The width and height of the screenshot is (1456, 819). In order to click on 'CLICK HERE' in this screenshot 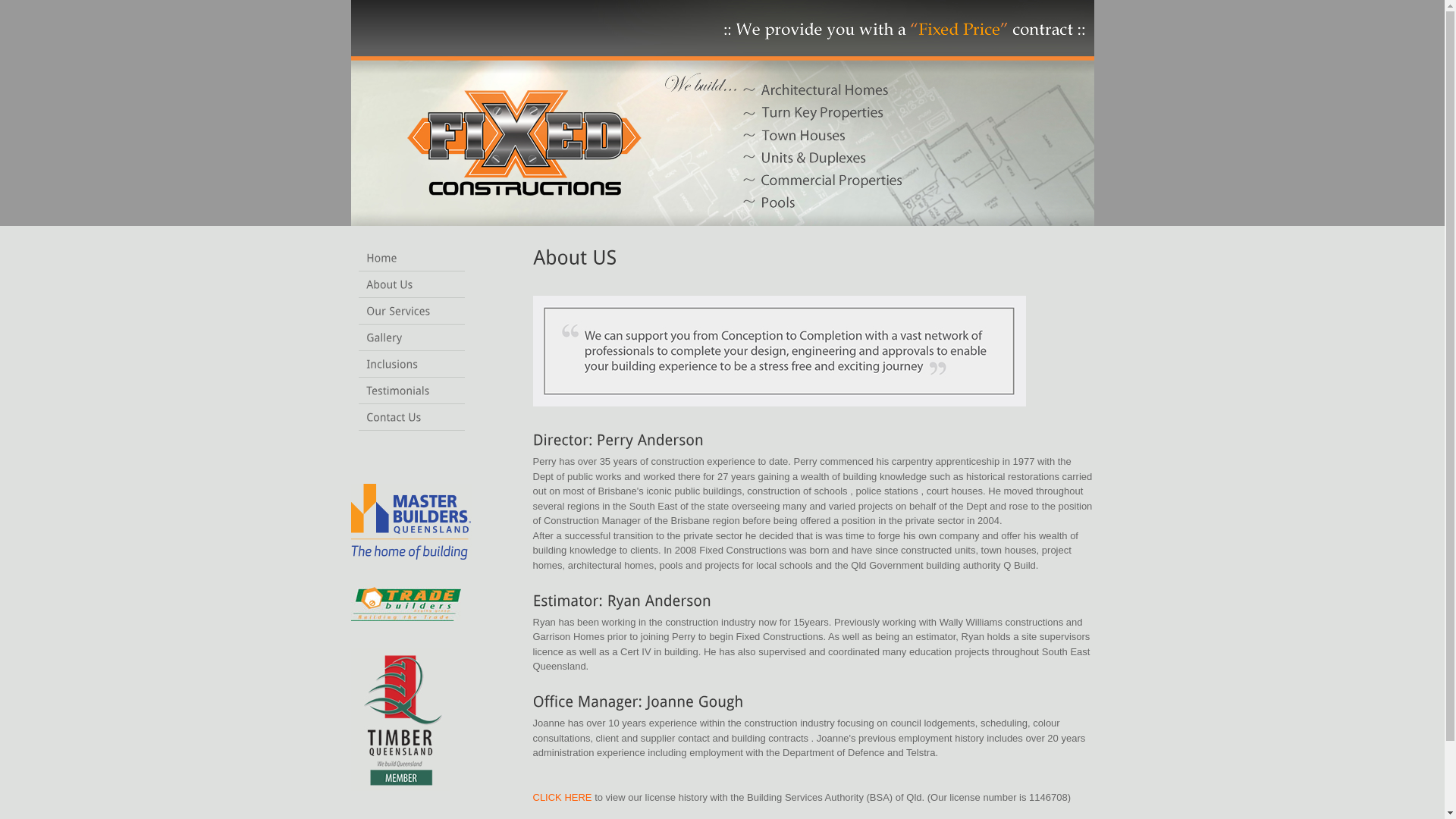, I will do `click(560, 796)`.